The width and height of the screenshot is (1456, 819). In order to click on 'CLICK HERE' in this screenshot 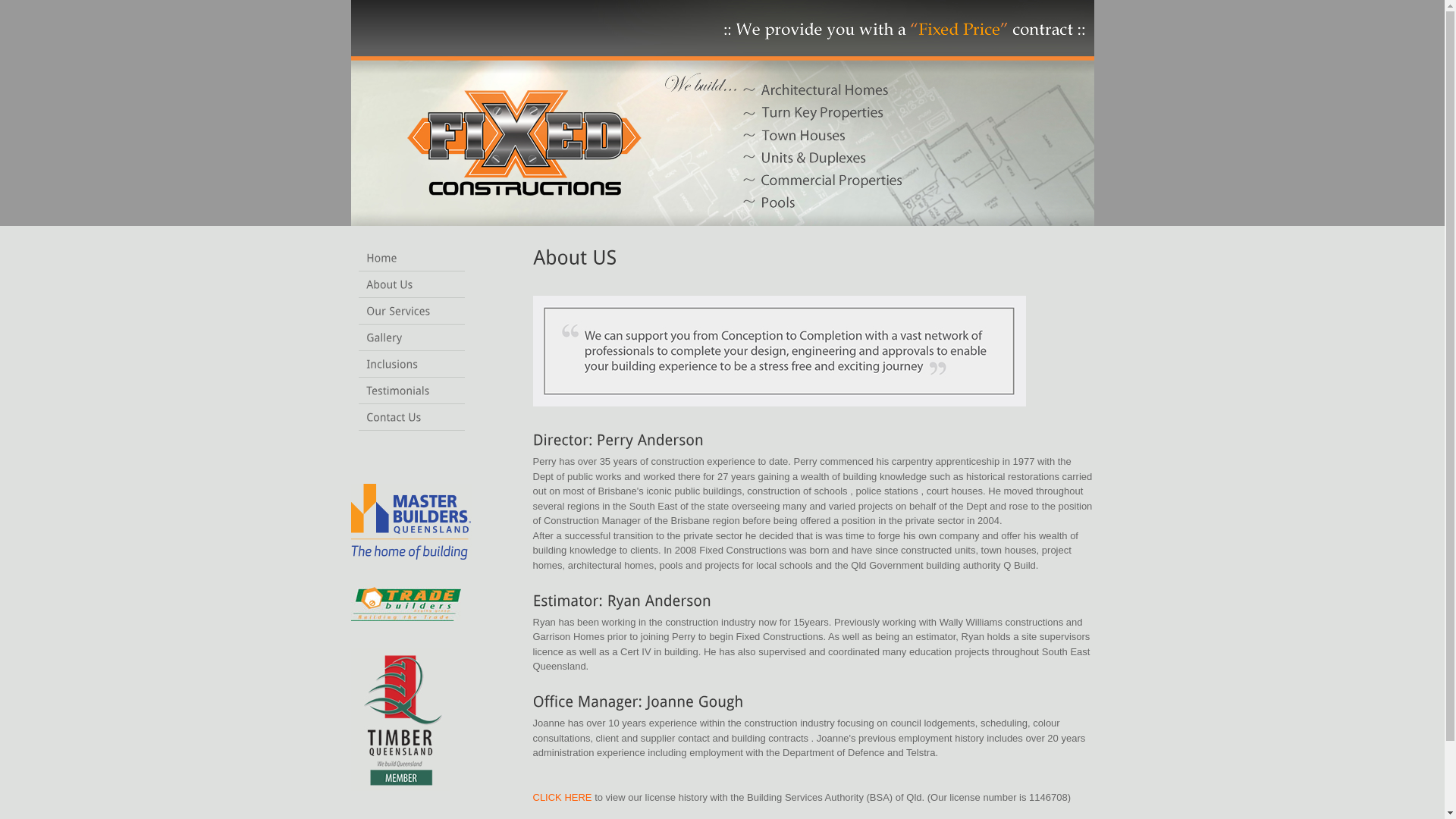, I will do `click(560, 796)`.